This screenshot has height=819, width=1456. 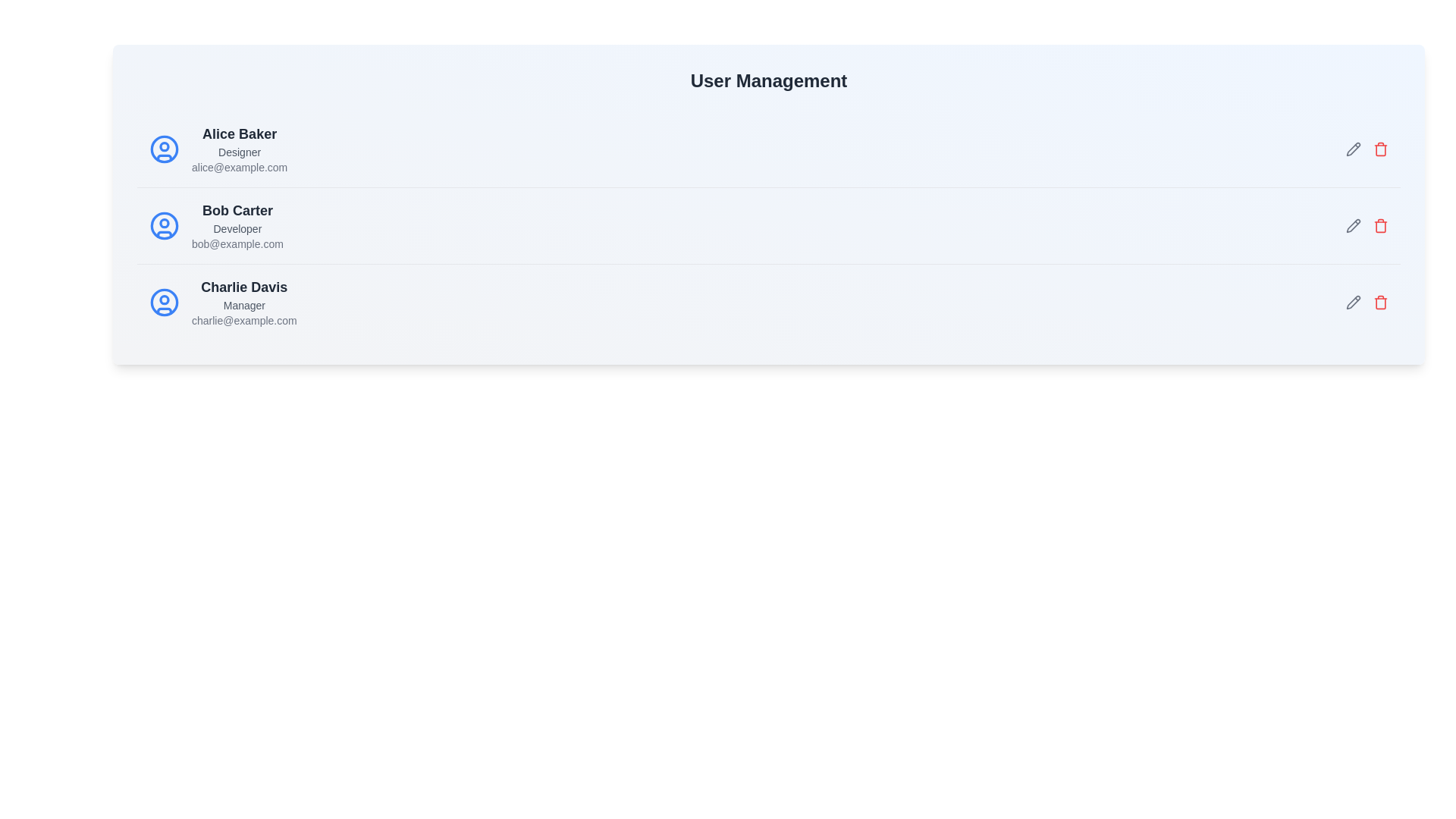 What do you see at coordinates (164, 225) in the screenshot?
I see `the user icon for Bob Carter` at bounding box center [164, 225].